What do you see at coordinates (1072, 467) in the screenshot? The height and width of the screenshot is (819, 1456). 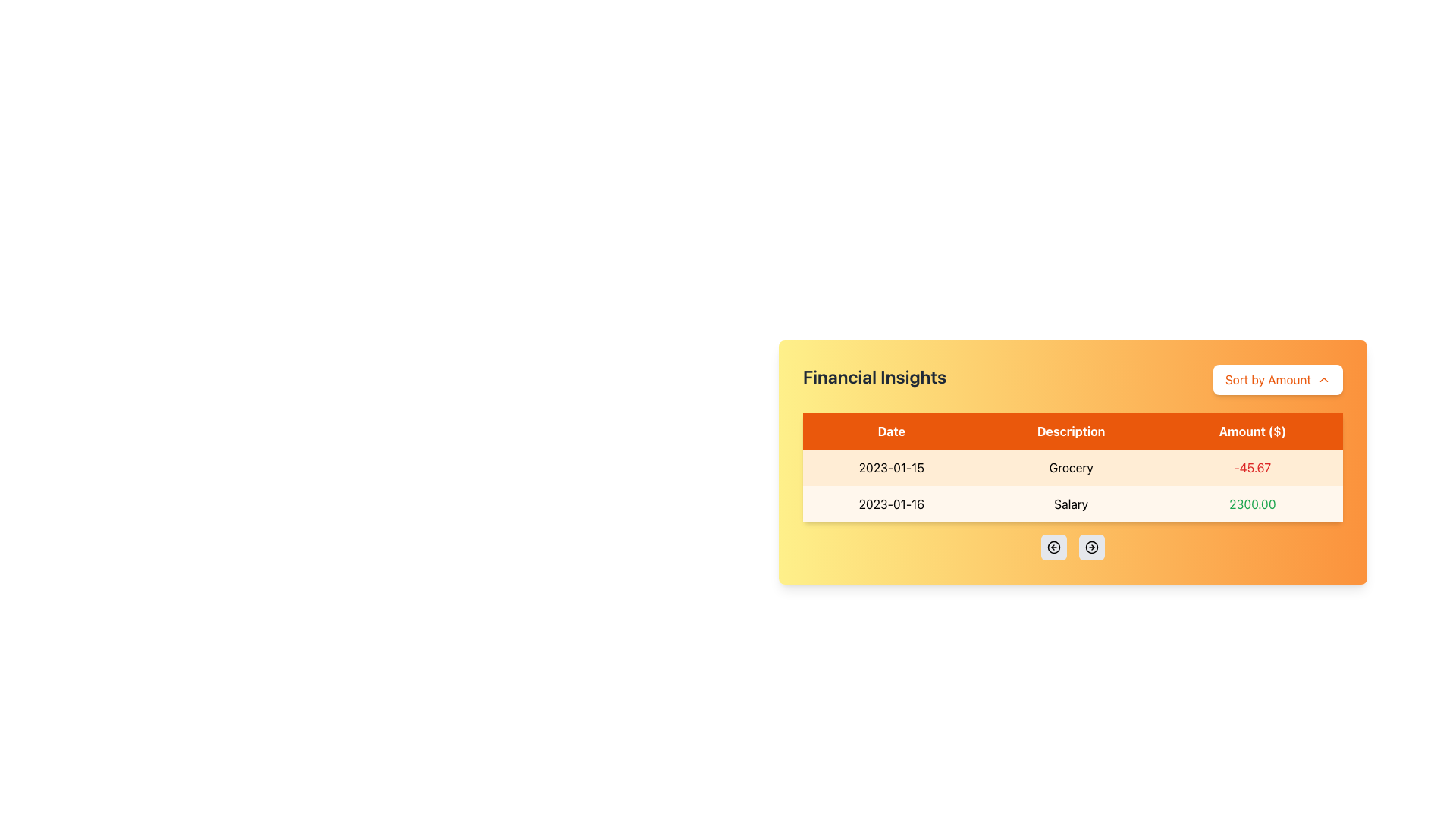 I see `text from the 'Grocery' label located in the first row of the table under the 'Description' column, which has a light orange background and is centered between '2023-01-15' and '-45.67'` at bounding box center [1072, 467].